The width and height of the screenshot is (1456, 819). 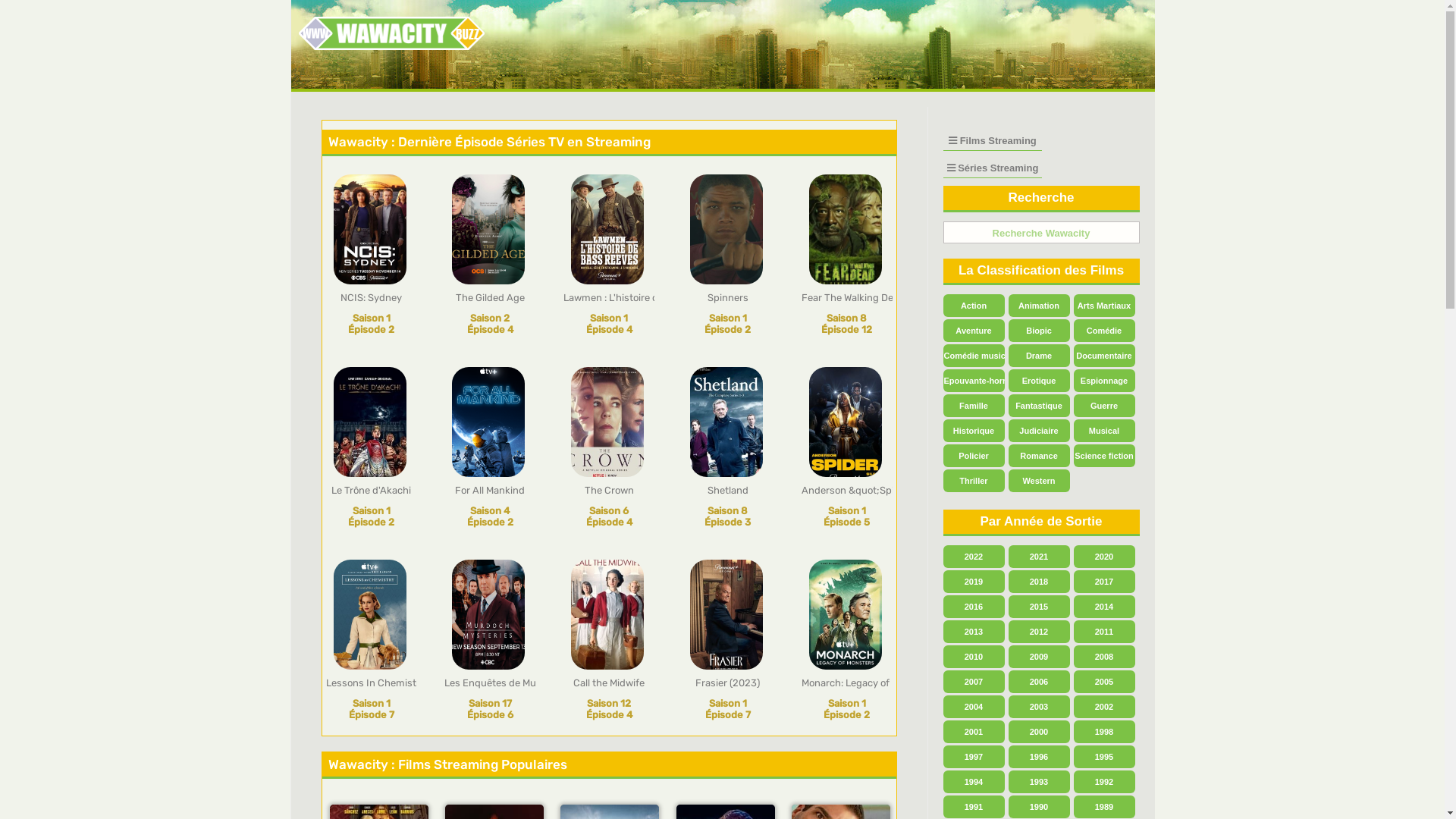 What do you see at coordinates (1073, 405) in the screenshot?
I see `'Guerre'` at bounding box center [1073, 405].